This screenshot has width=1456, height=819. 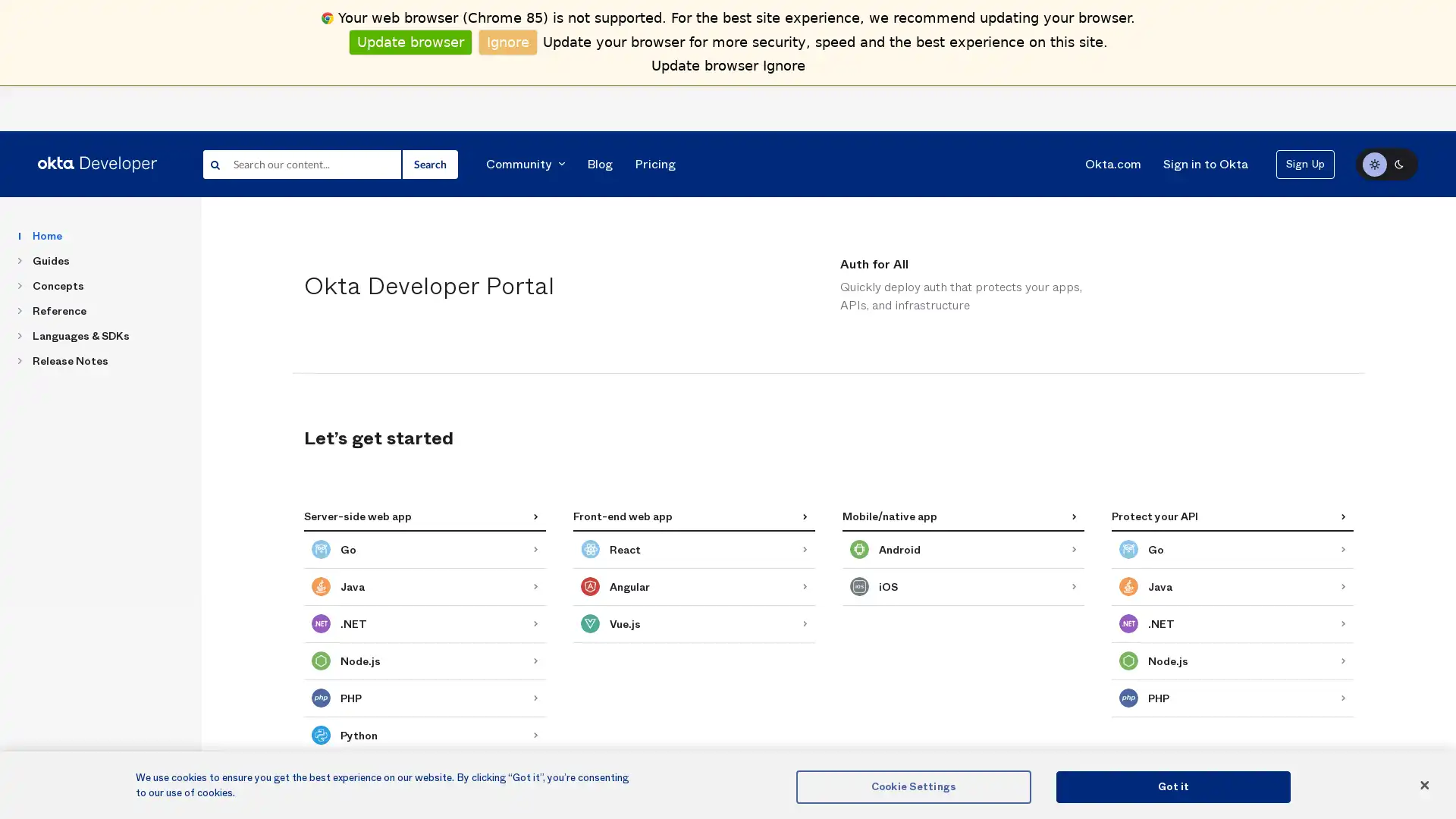 I want to click on Ignore, so click(x=508, y=41).